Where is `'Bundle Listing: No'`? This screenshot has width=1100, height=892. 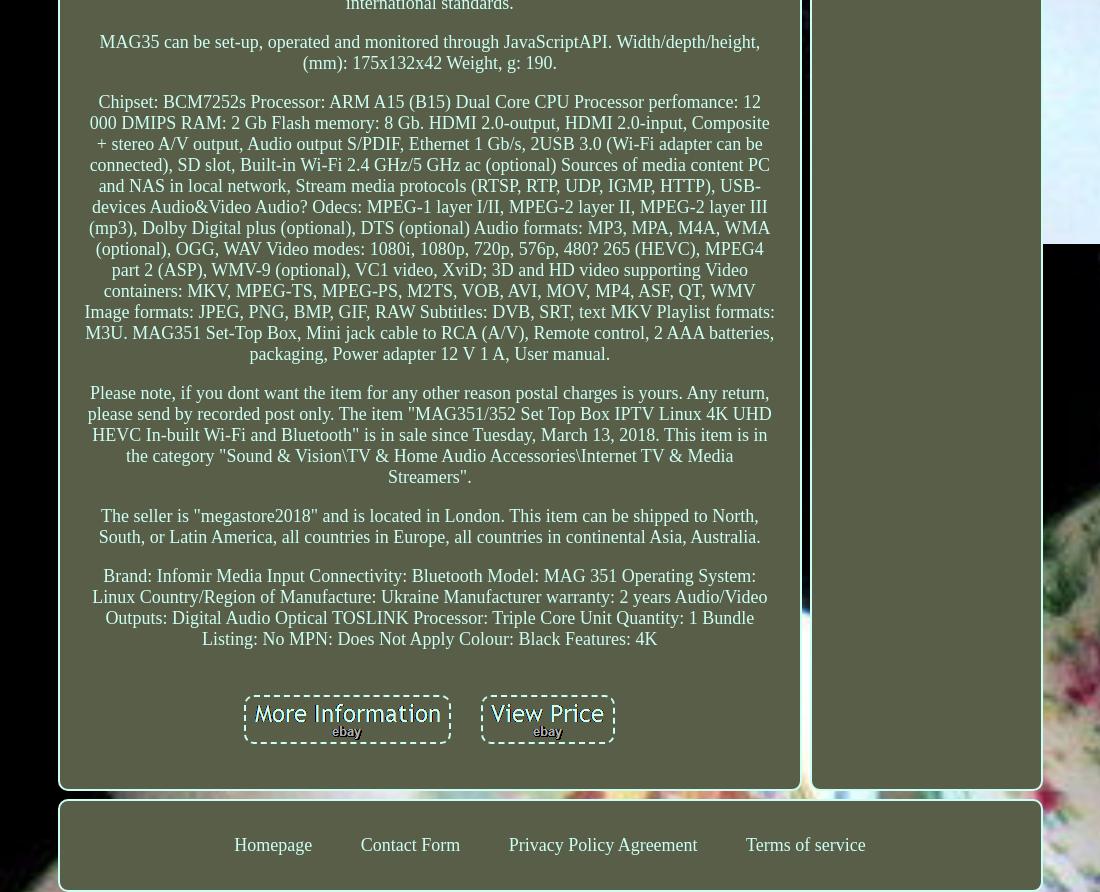
'Bundle Listing: No' is located at coordinates (200, 627).